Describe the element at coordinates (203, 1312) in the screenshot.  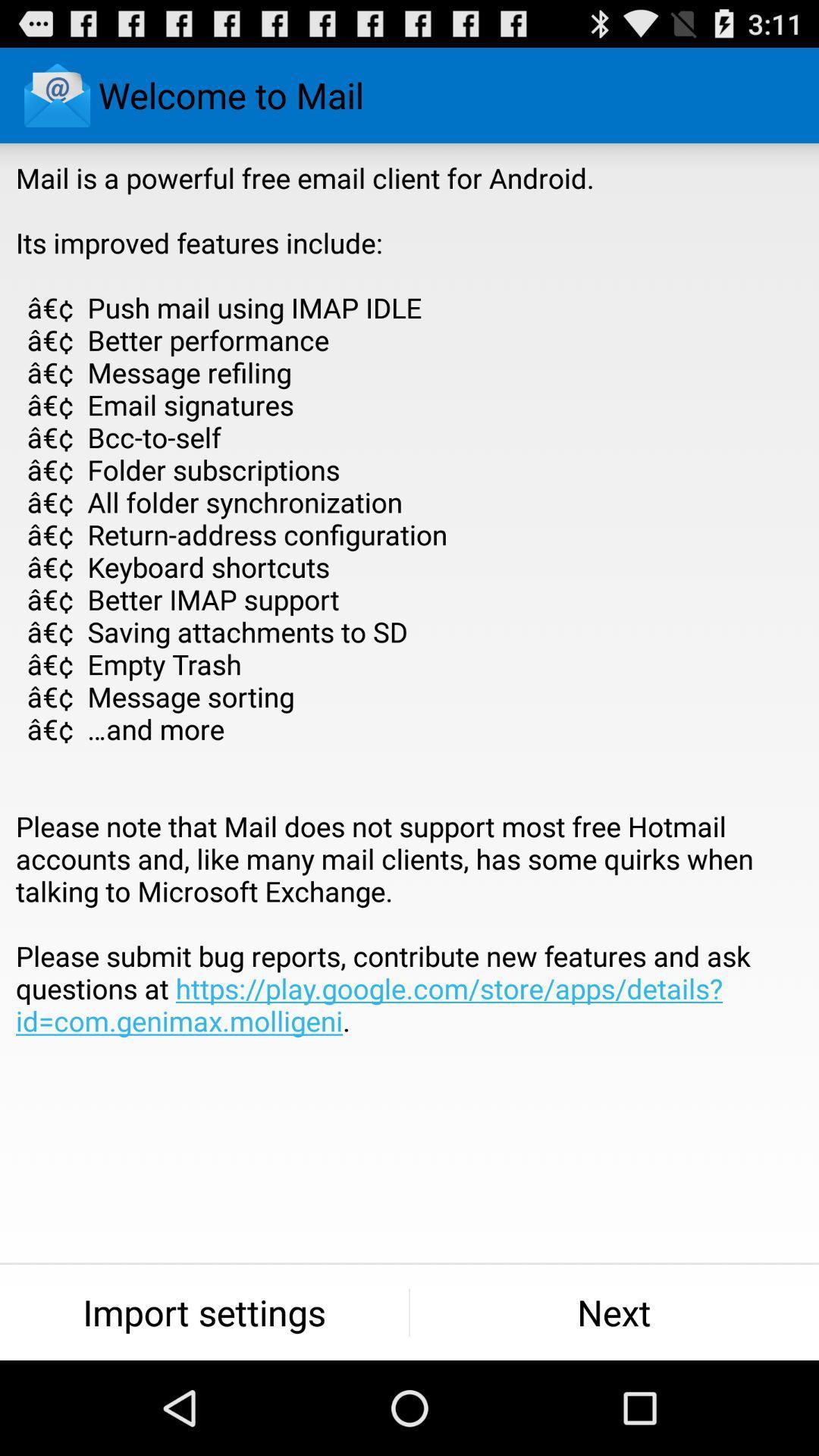
I see `the button next to next` at that location.